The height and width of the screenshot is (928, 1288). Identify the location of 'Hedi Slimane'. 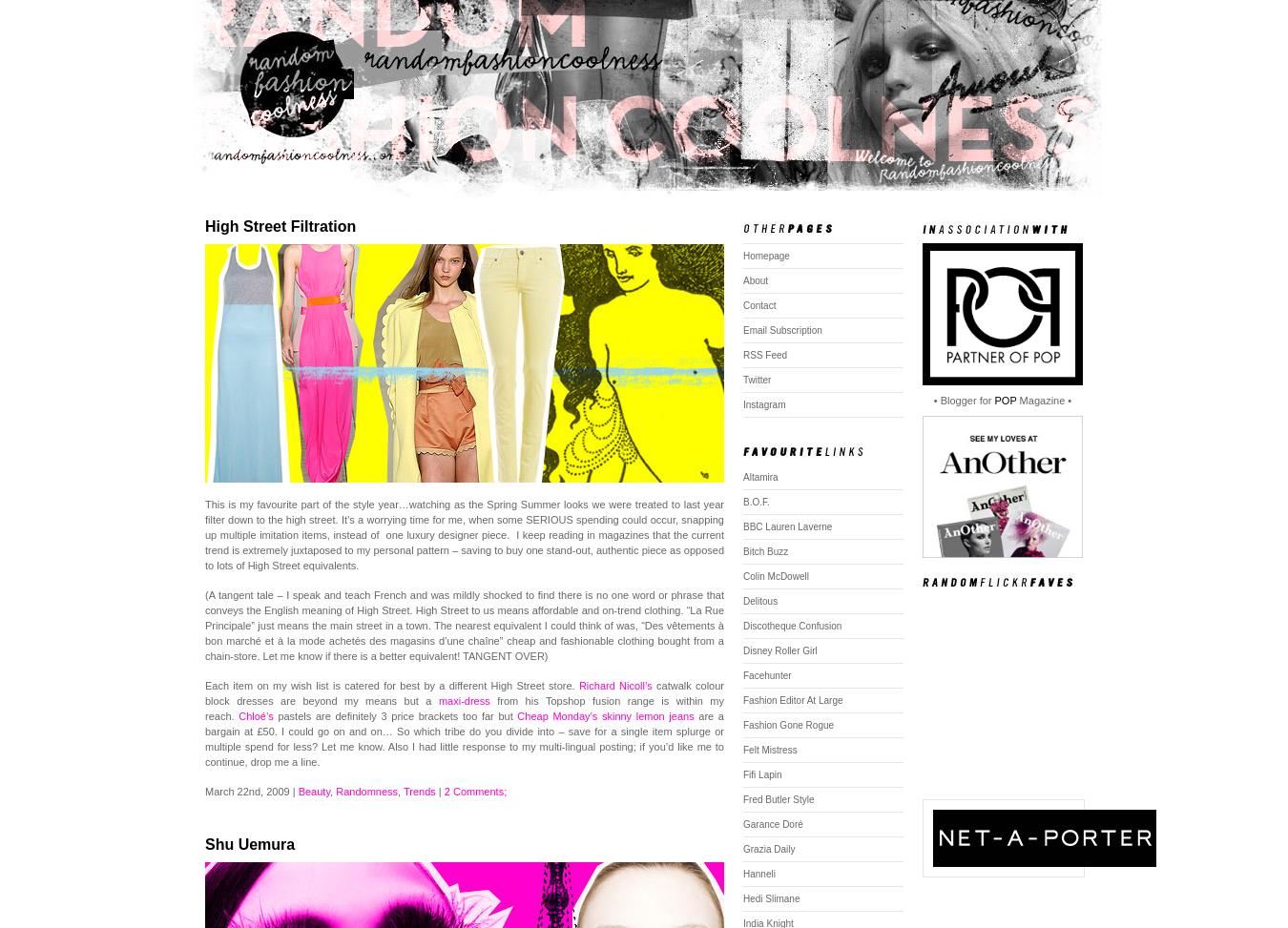
(771, 897).